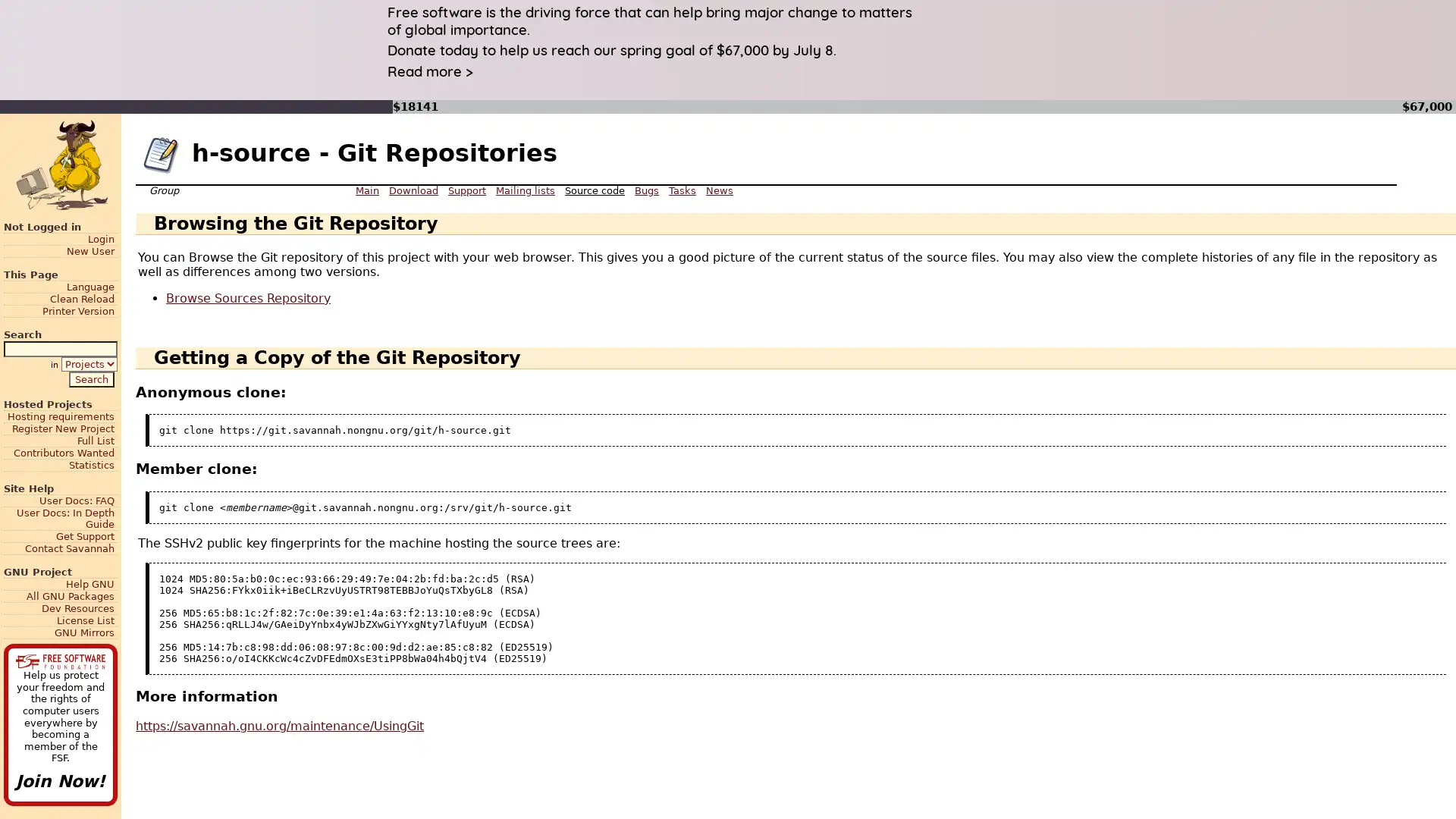 The image size is (1456, 819). Describe the element at coordinates (90, 378) in the screenshot. I see `Search` at that location.